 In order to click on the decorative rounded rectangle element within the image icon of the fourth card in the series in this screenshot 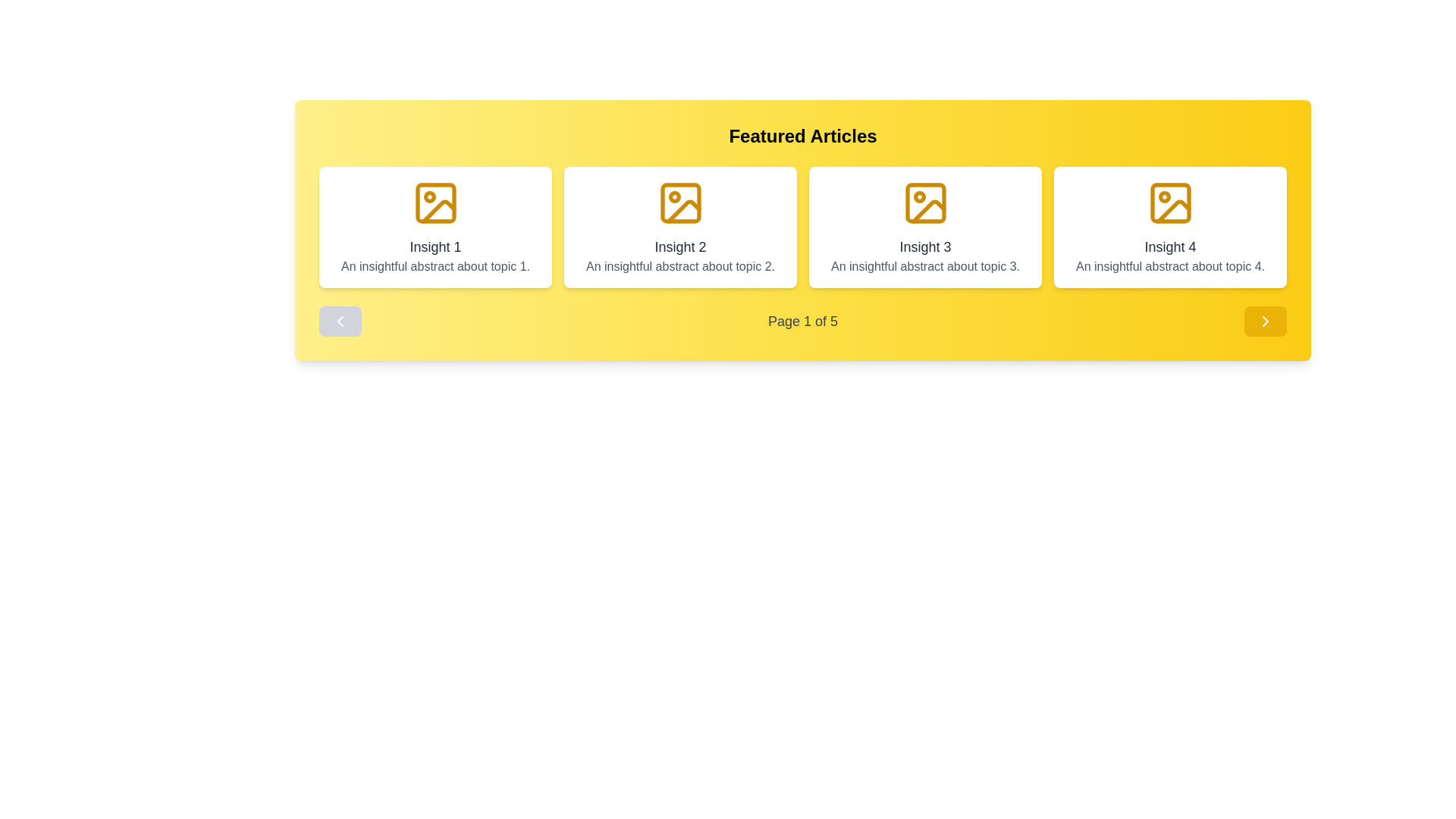, I will do `click(1169, 202)`.